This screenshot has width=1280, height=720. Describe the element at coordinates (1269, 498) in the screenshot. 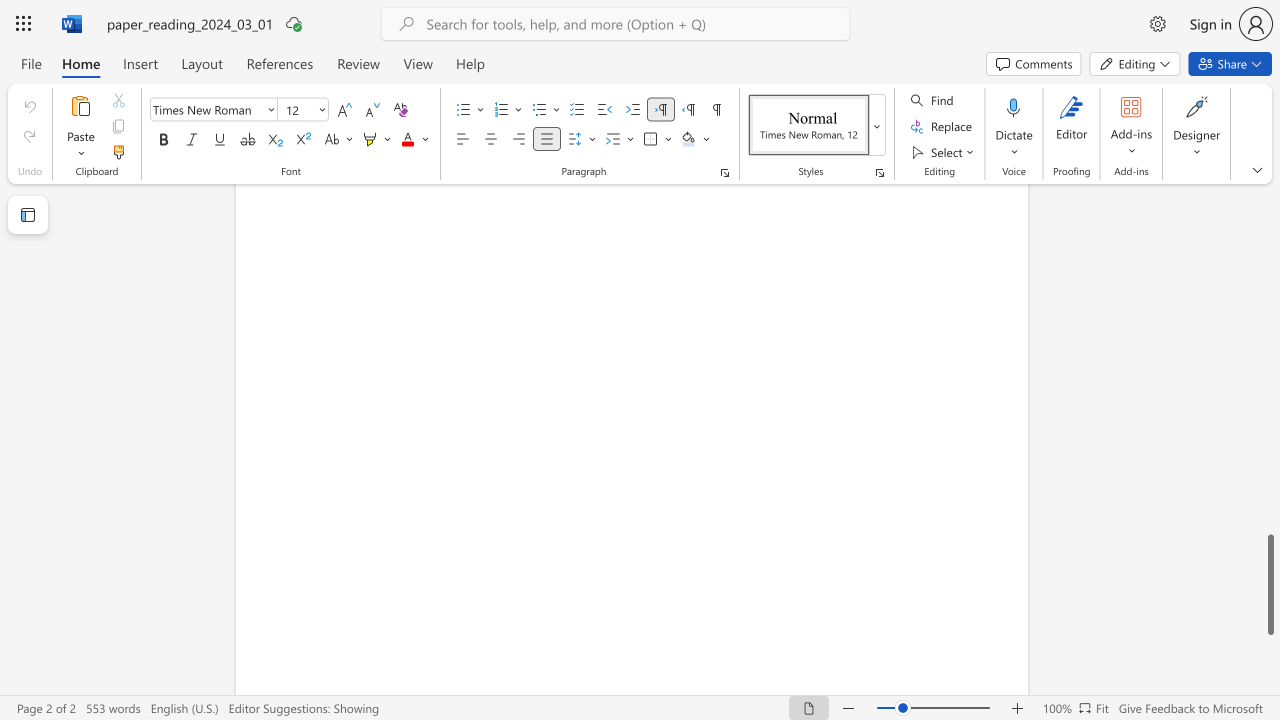

I see `the scrollbar to move the page up` at that location.